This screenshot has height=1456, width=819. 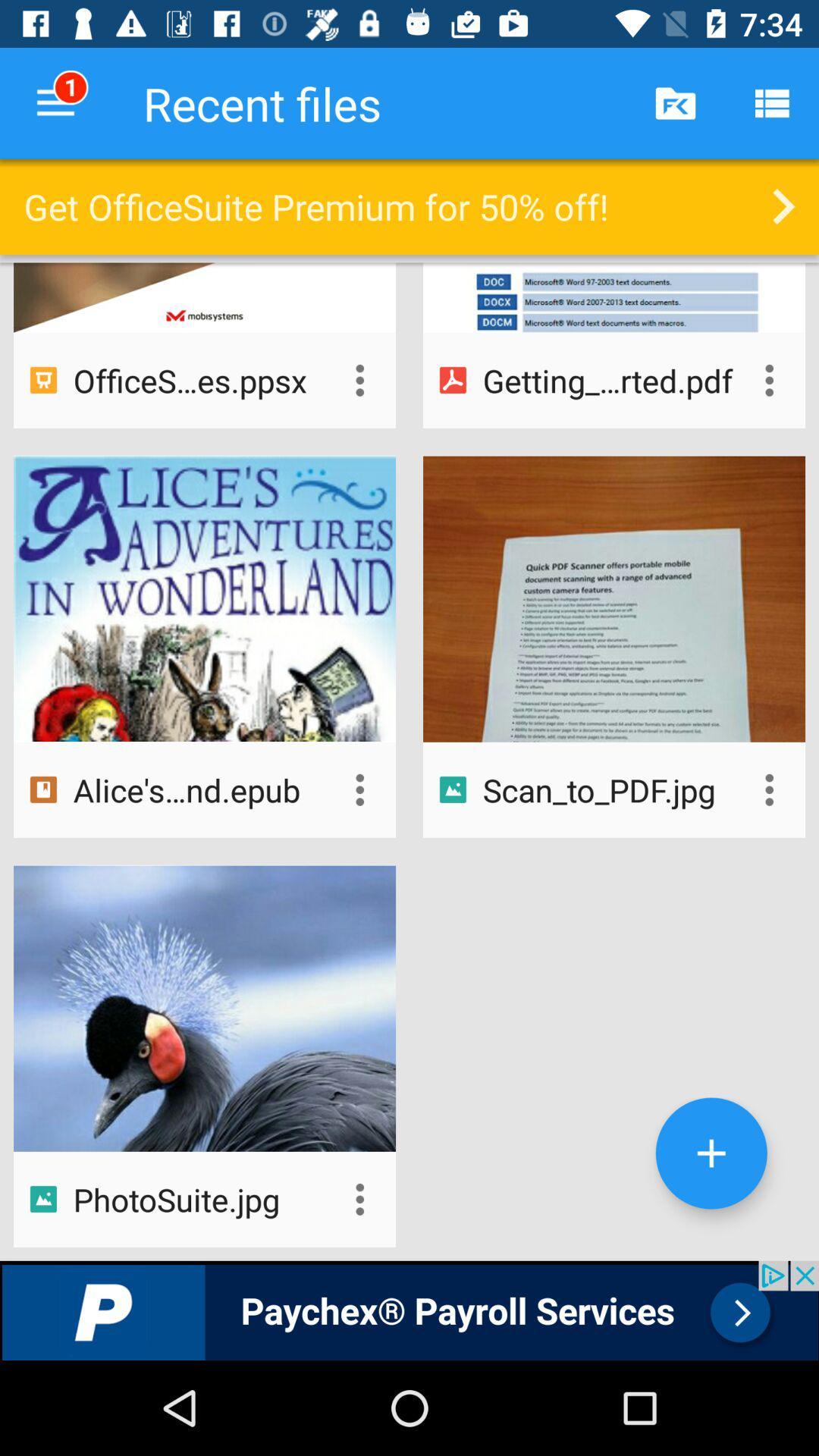 I want to click on the add icon, so click(x=711, y=1153).